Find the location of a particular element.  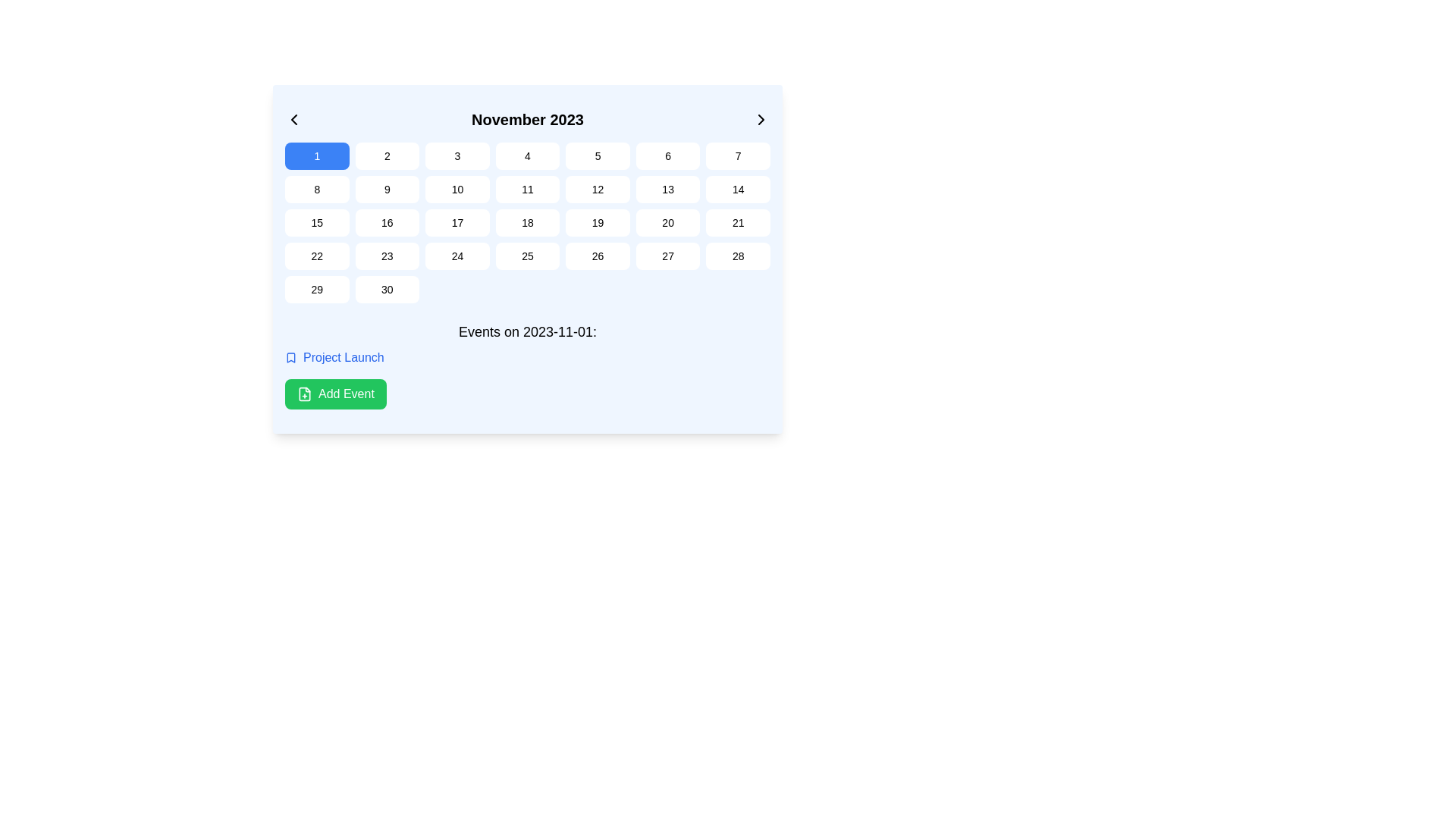

the date '10' button in the November 2023 calendar grid is located at coordinates (457, 189).